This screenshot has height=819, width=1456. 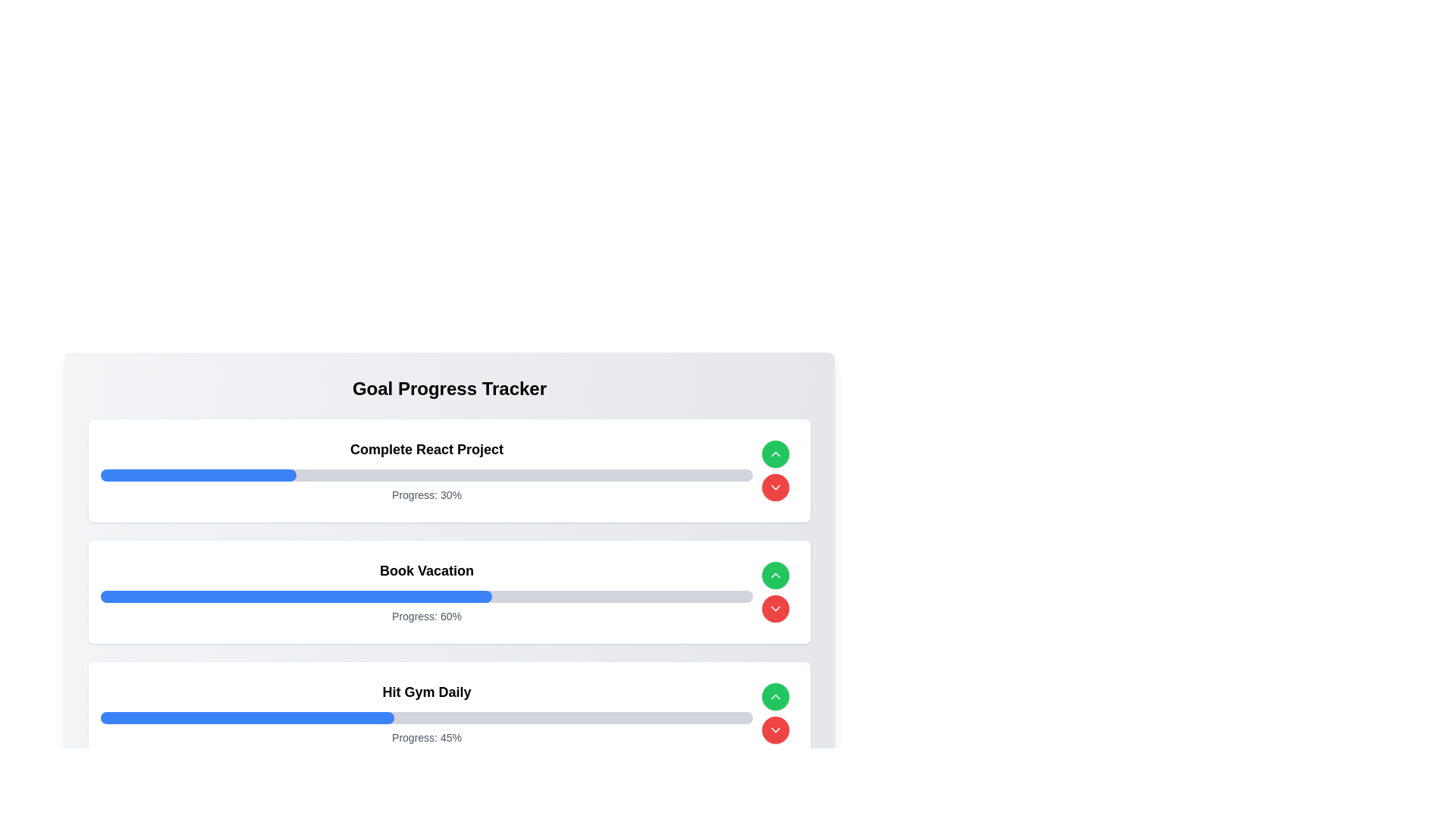 I want to click on the progress bar that visually displays the progress percentage (30%) for the task 'Complete React Project', so click(x=425, y=475).